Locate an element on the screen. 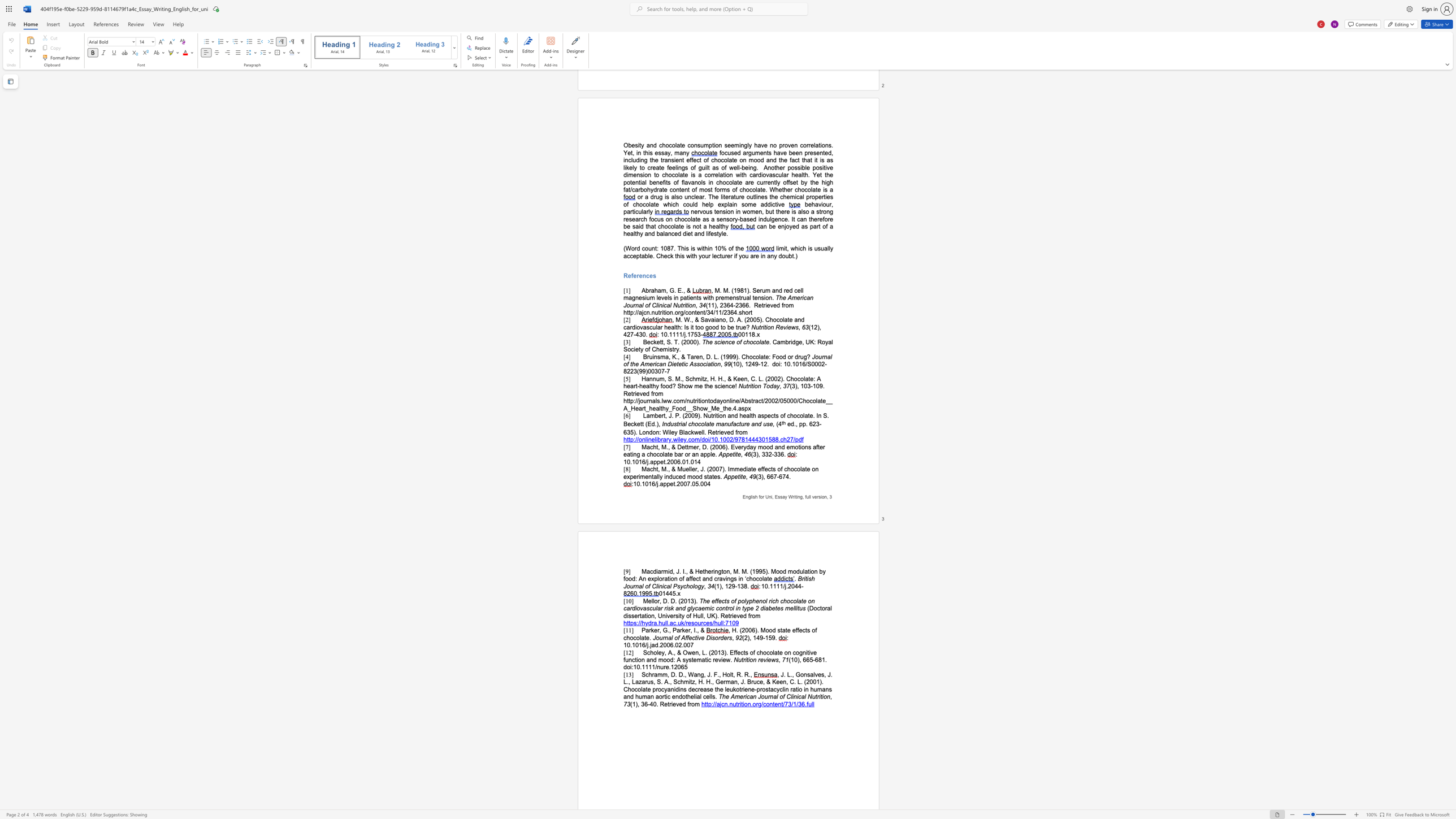  the subset text "com/doi/10.1002/" within the text "http://onlinelibrary.wiley.com/doi/10.1002/9781444301588.ch27/pdf" is located at coordinates (688, 439).